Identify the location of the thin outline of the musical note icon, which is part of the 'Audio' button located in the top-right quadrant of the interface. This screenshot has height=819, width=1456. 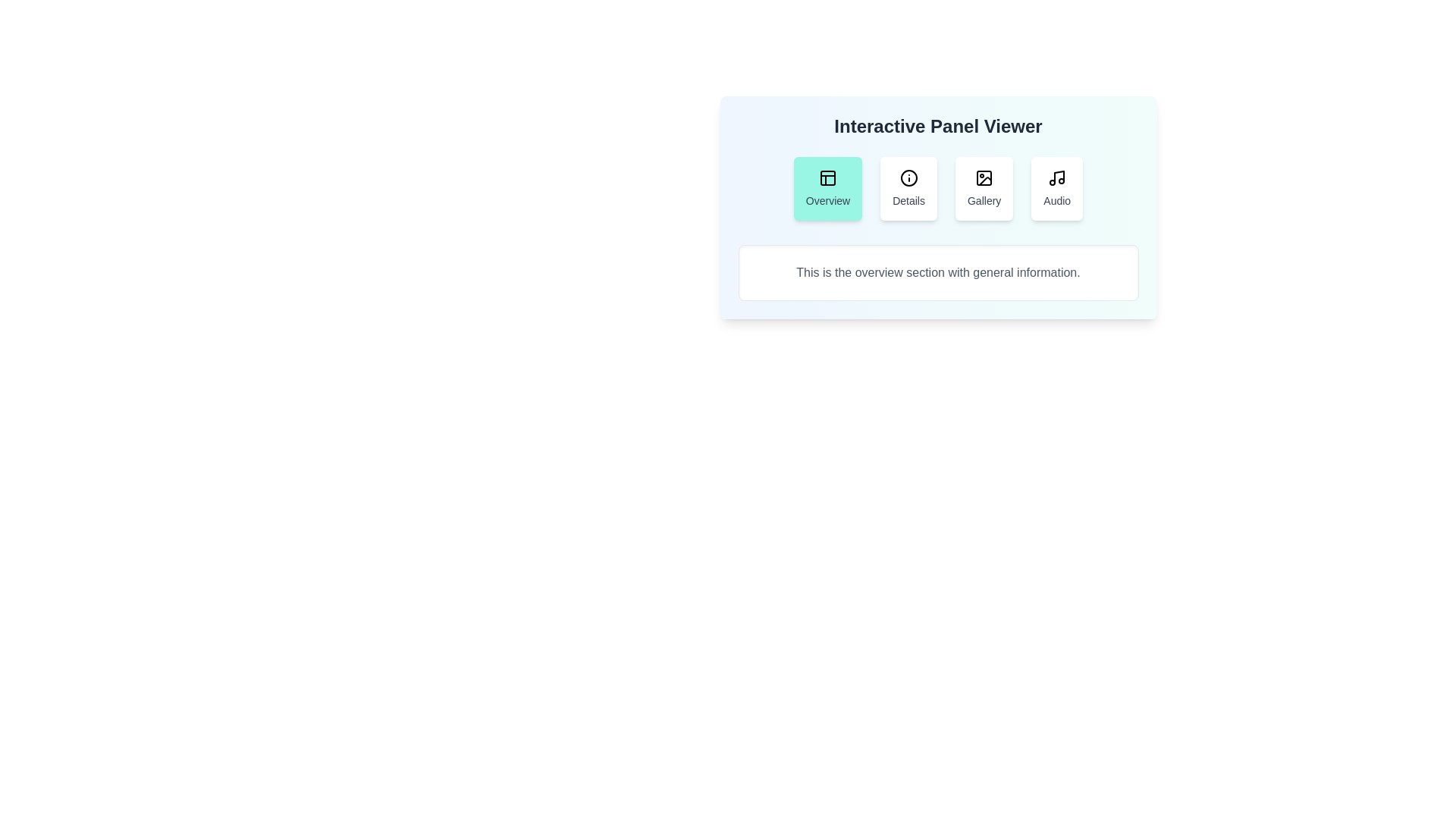
(1059, 176).